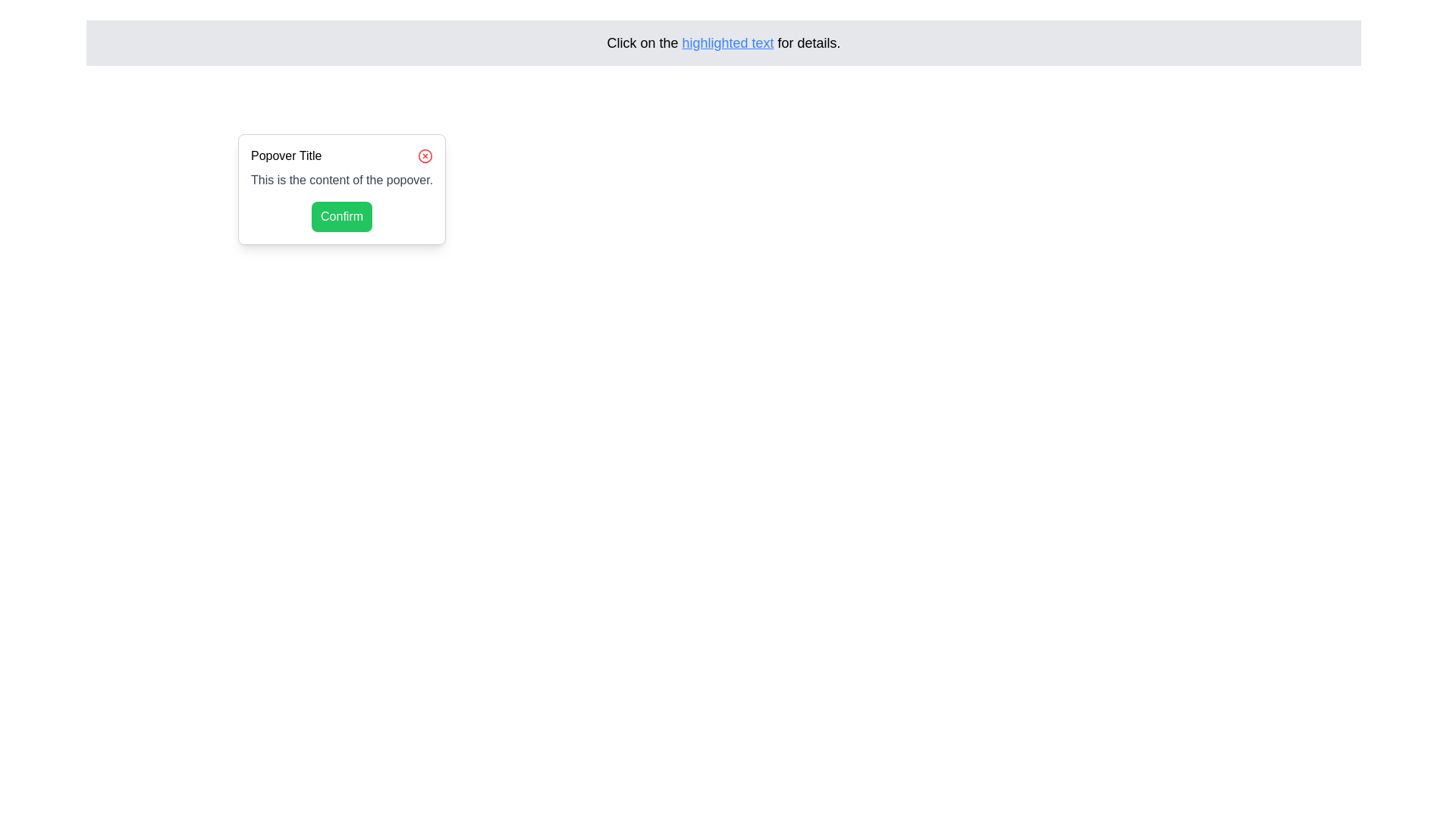 This screenshot has width=1456, height=819. I want to click on the text label that contains the message 'This is the content of the popover.' which is styled with gray font and is centrally aligned within the popover, positioned below the title 'Popover Title' and above the green 'Confirm' button, so click(341, 180).